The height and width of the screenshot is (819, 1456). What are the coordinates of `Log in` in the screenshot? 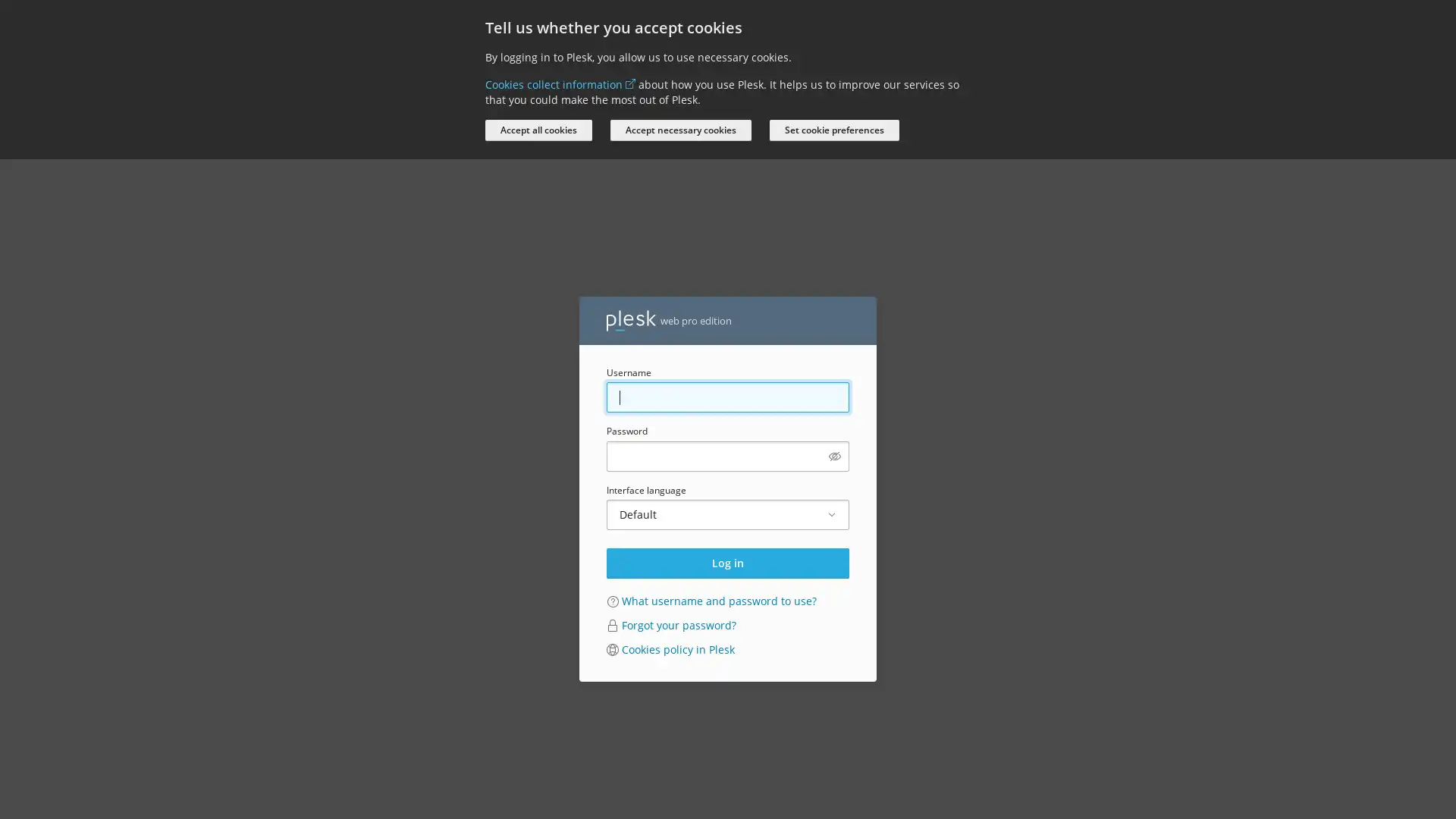 It's located at (728, 562).